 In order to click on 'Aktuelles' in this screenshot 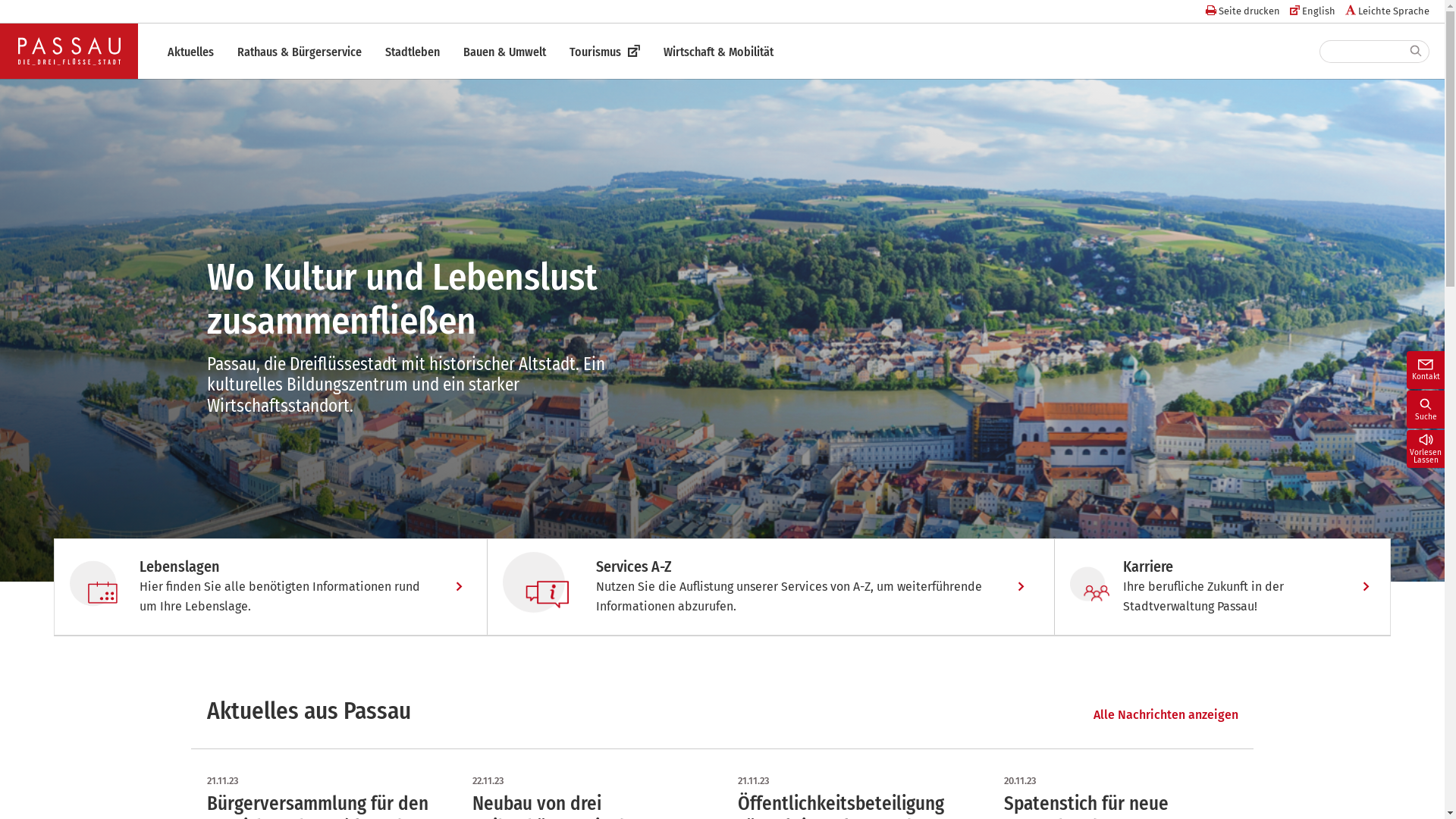, I will do `click(190, 52)`.